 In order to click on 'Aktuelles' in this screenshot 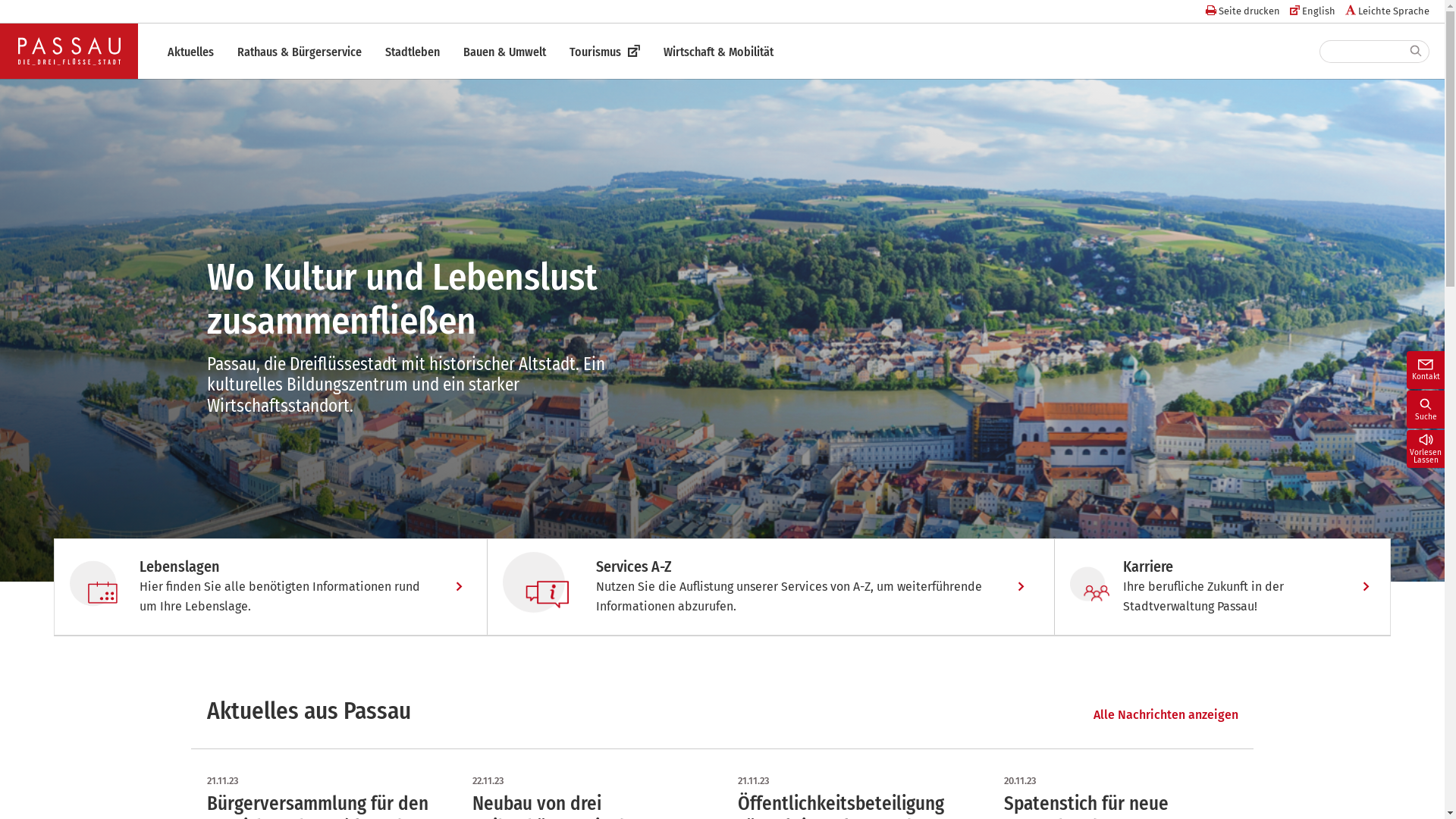, I will do `click(190, 52)`.